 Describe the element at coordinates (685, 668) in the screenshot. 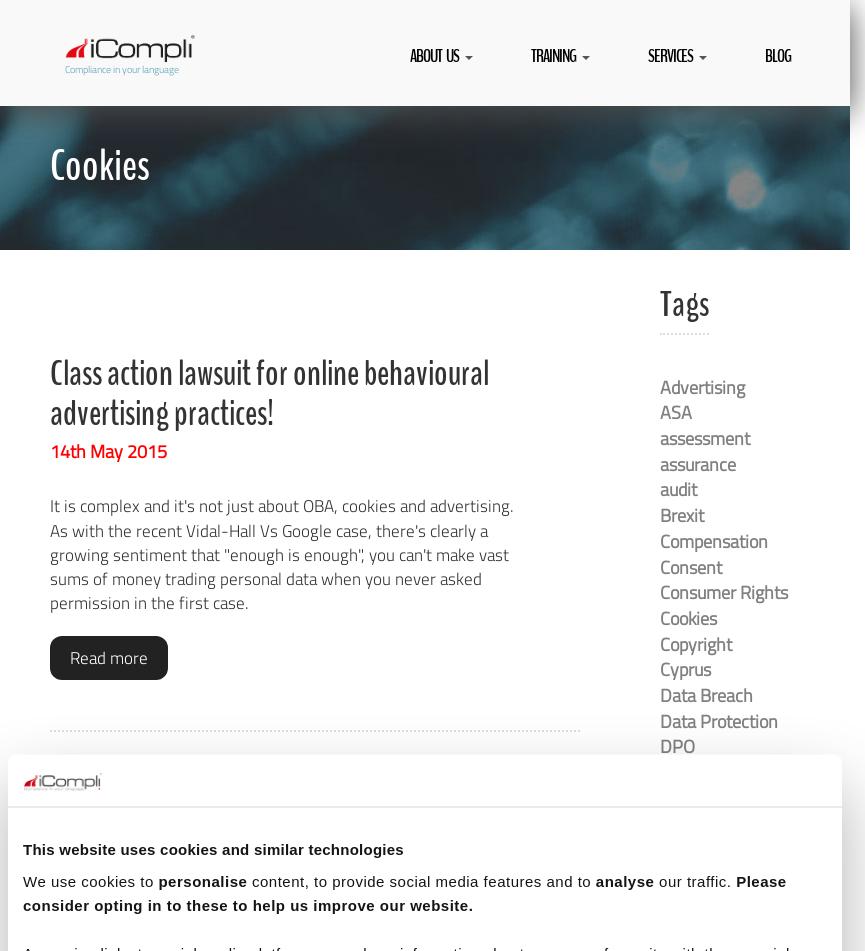

I see `'Cyprus'` at that location.